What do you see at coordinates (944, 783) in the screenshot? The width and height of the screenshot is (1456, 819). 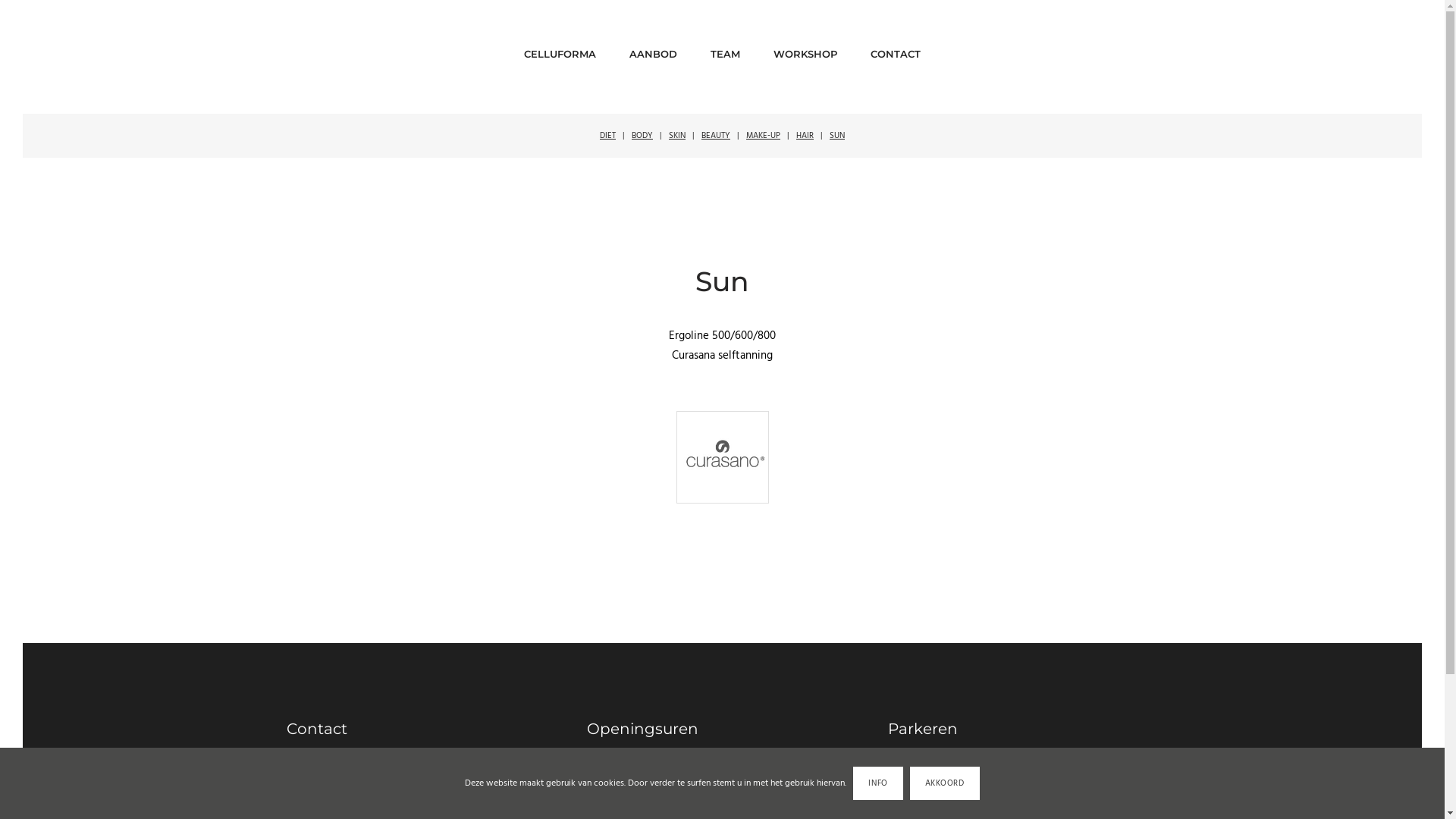 I see `'AKKOORD'` at bounding box center [944, 783].